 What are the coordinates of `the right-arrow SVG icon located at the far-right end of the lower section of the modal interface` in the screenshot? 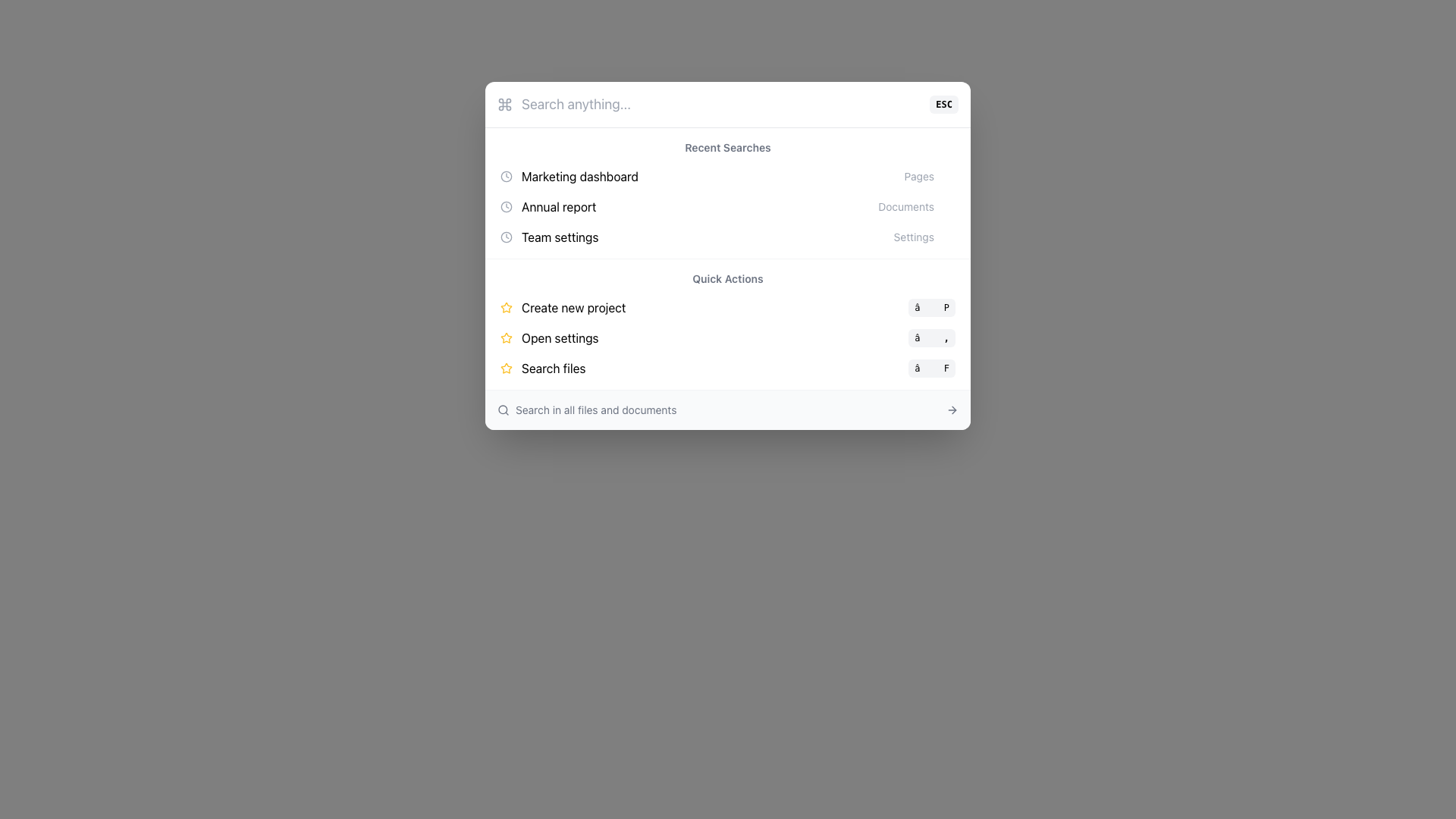 It's located at (952, 409).